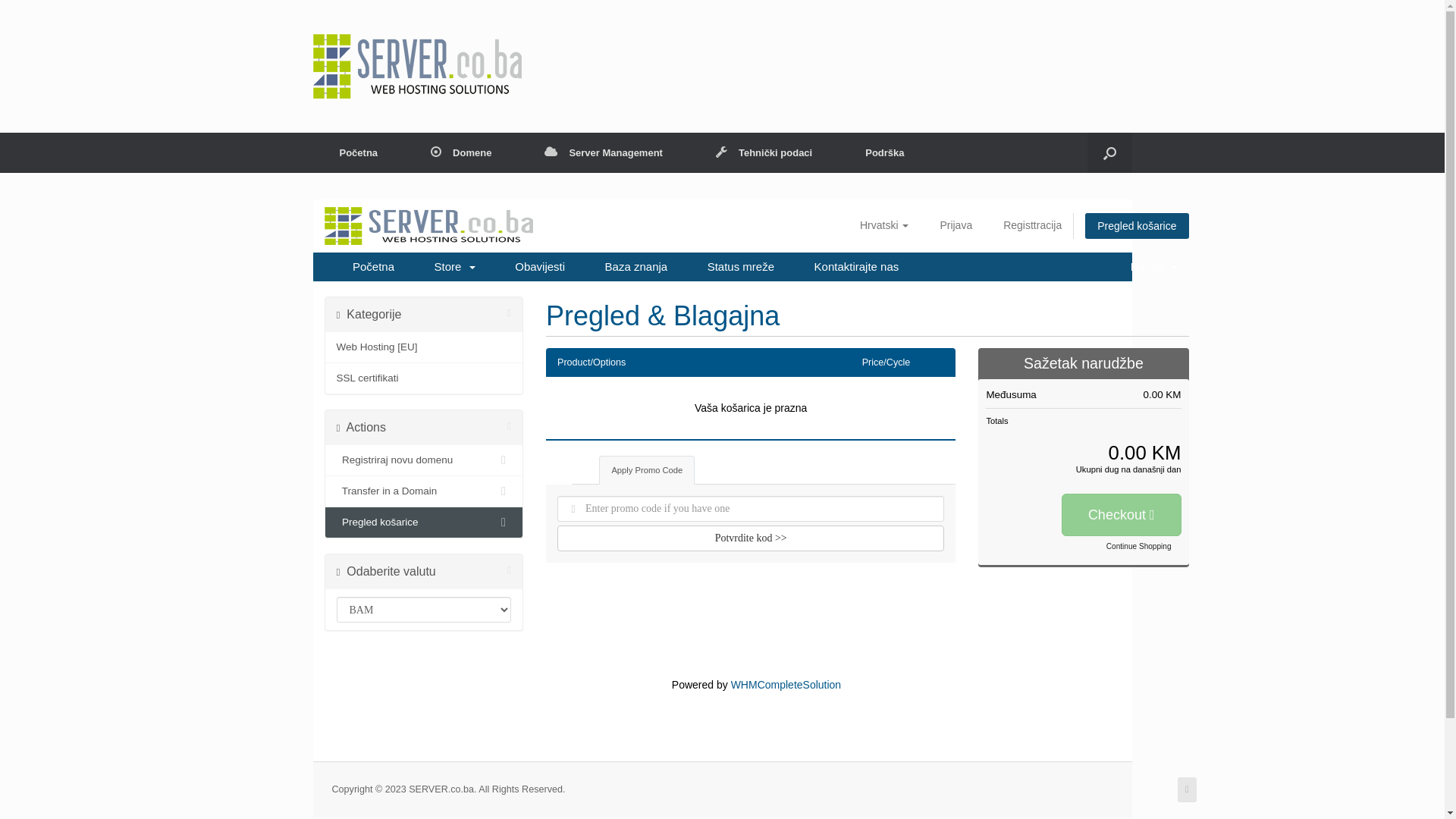 This screenshot has width=1456, height=819. What do you see at coordinates (1031, 225) in the screenshot?
I see `'Registtracija'` at bounding box center [1031, 225].